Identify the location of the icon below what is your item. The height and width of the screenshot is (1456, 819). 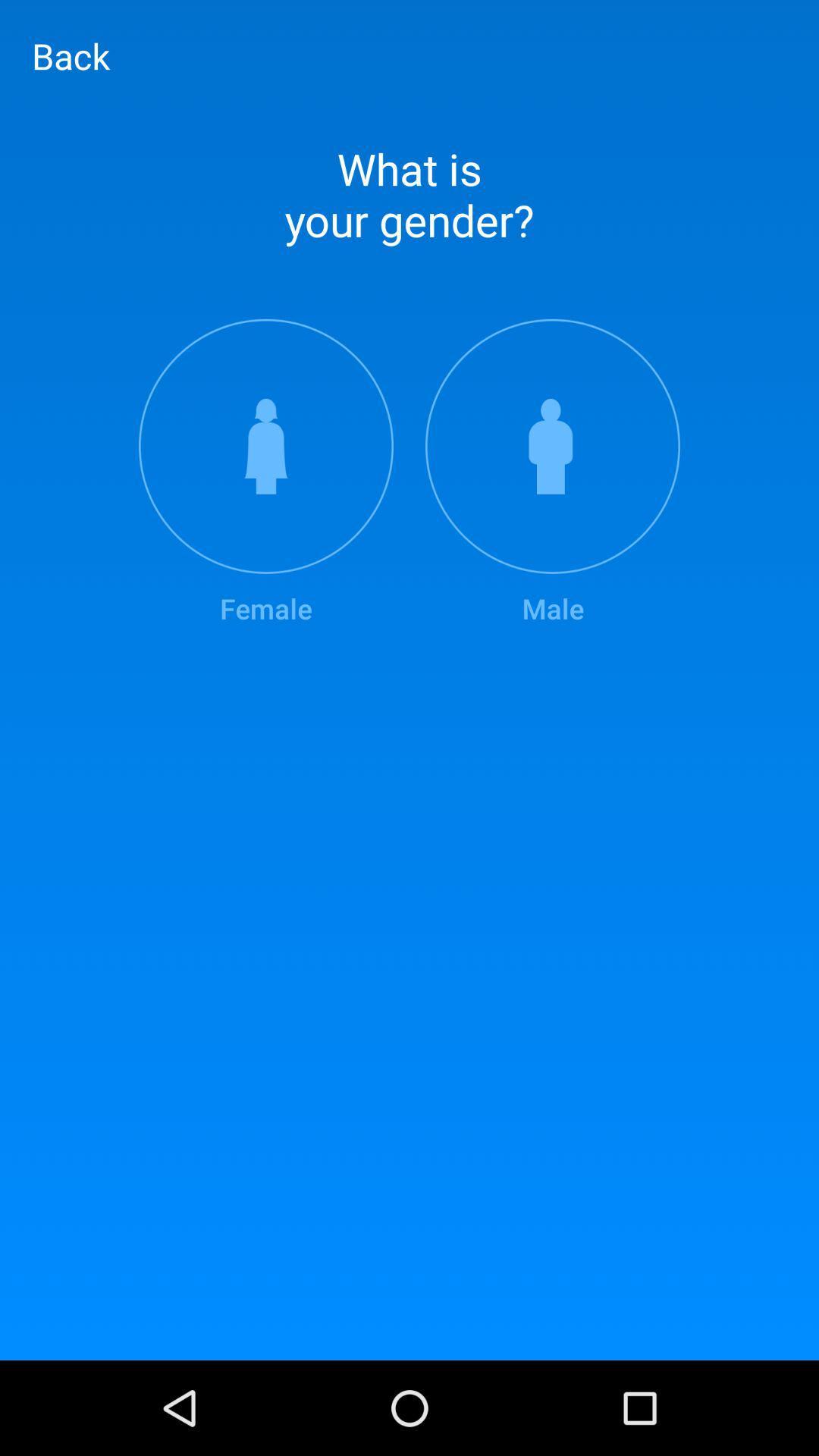
(553, 472).